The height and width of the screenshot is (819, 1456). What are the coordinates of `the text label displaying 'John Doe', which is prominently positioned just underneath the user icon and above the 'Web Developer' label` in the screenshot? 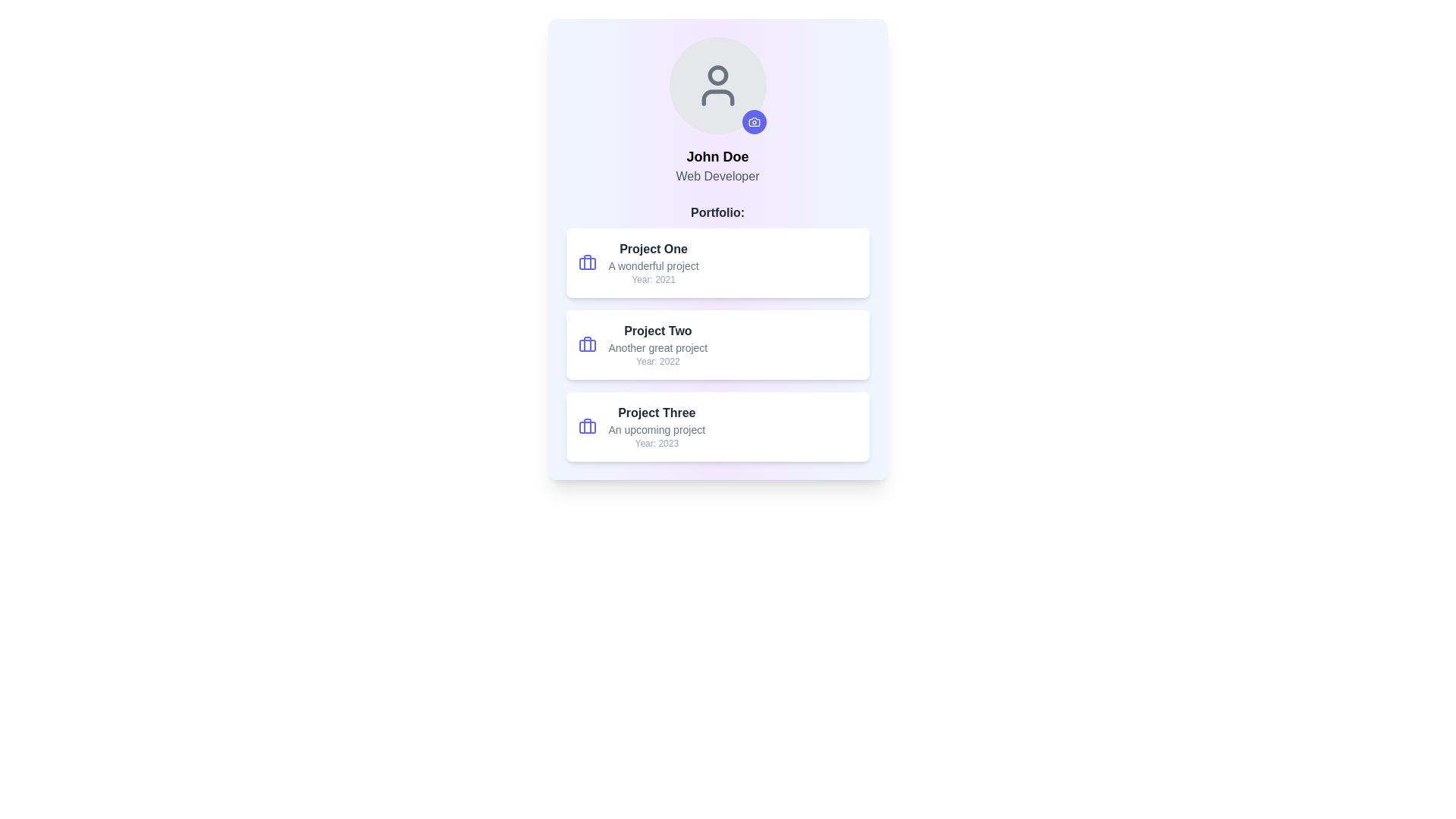 It's located at (717, 157).